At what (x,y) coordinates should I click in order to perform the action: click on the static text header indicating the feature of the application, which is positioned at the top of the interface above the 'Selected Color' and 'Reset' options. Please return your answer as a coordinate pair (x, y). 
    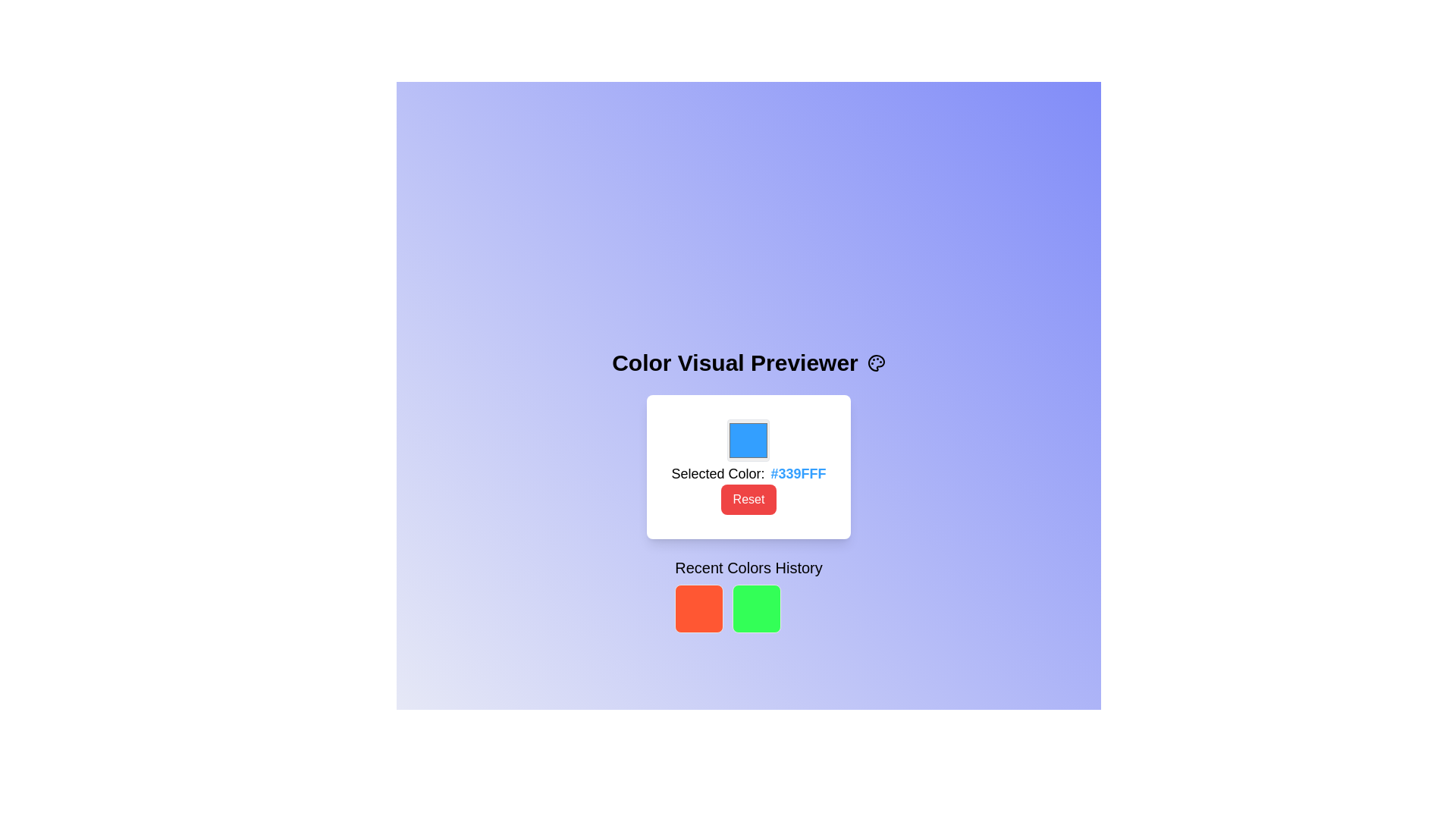
    Looking at the image, I should click on (748, 362).